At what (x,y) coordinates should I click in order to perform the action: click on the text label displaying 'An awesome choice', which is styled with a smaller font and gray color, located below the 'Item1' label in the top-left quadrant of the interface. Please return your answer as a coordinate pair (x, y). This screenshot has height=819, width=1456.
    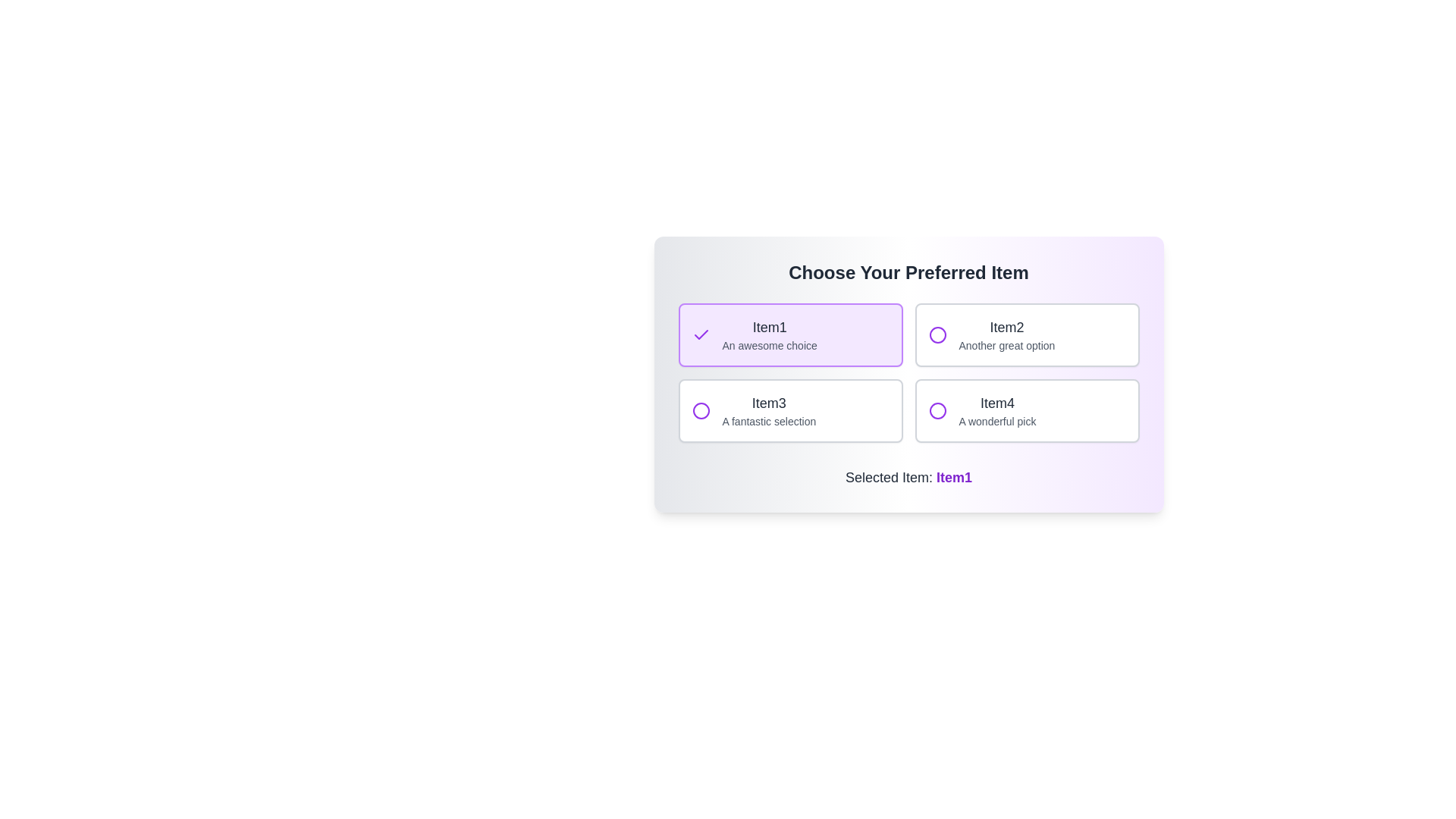
    Looking at the image, I should click on (770, 345).